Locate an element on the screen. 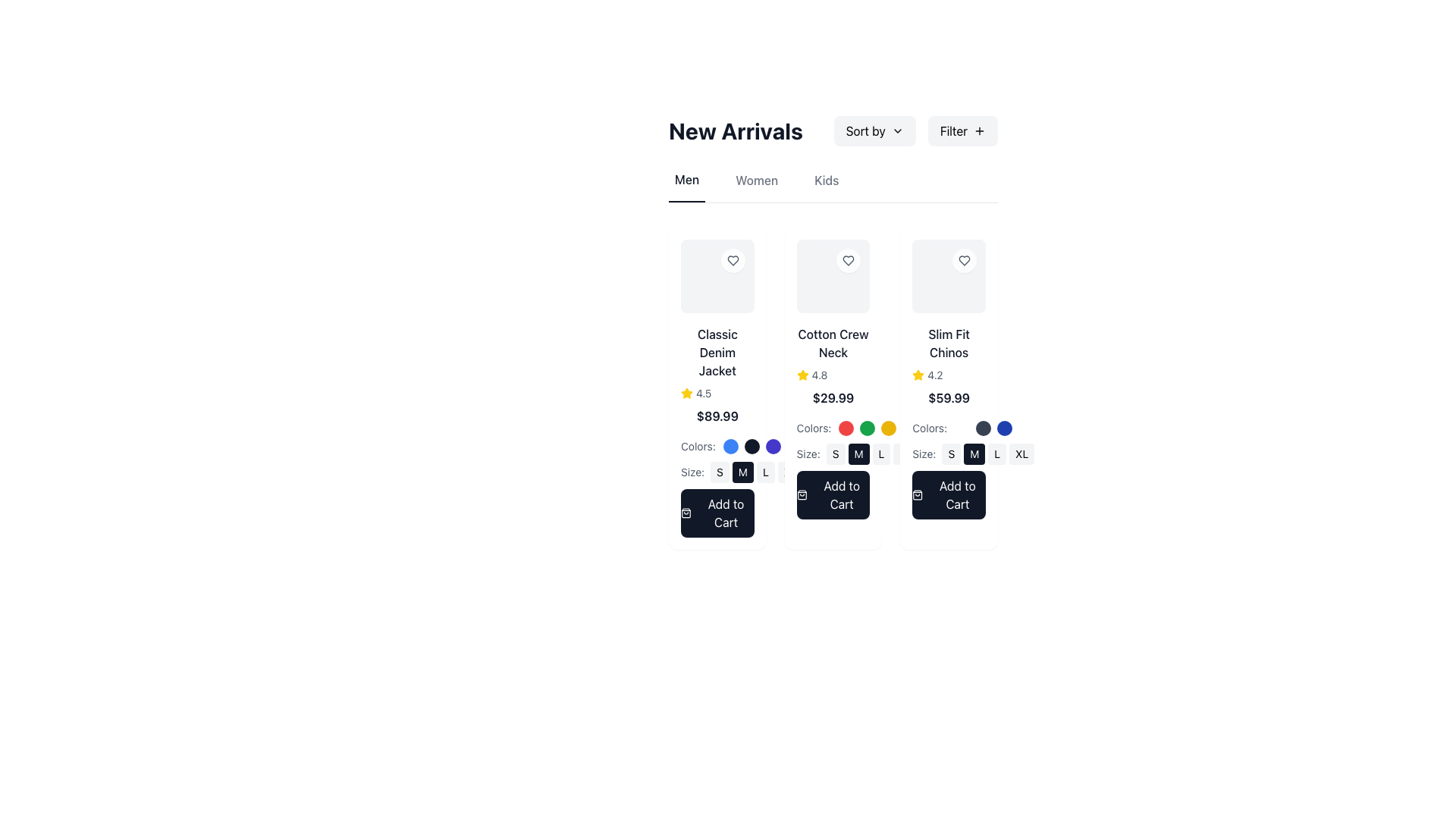  the yellow star icon located next to the numerical text '4.8' in the second card under the 'New Arrivals' section is located at coordinates (802, 375).